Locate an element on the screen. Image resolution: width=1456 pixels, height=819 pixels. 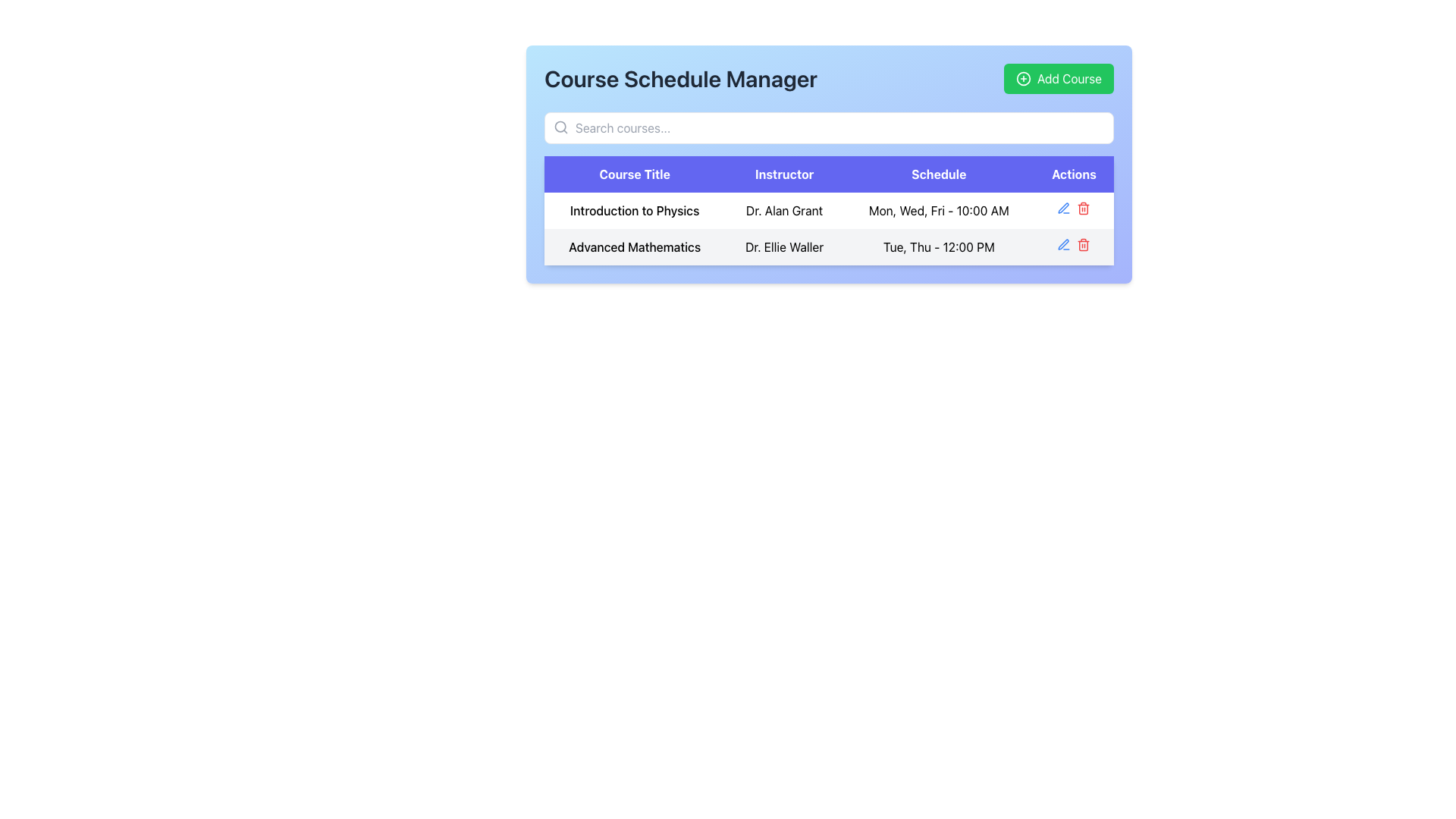
the edit button, which is a pen-shaped icon located in the second row of the table under the 'Actions' column, to initiate course editing is located at coordinates (1063, 208).